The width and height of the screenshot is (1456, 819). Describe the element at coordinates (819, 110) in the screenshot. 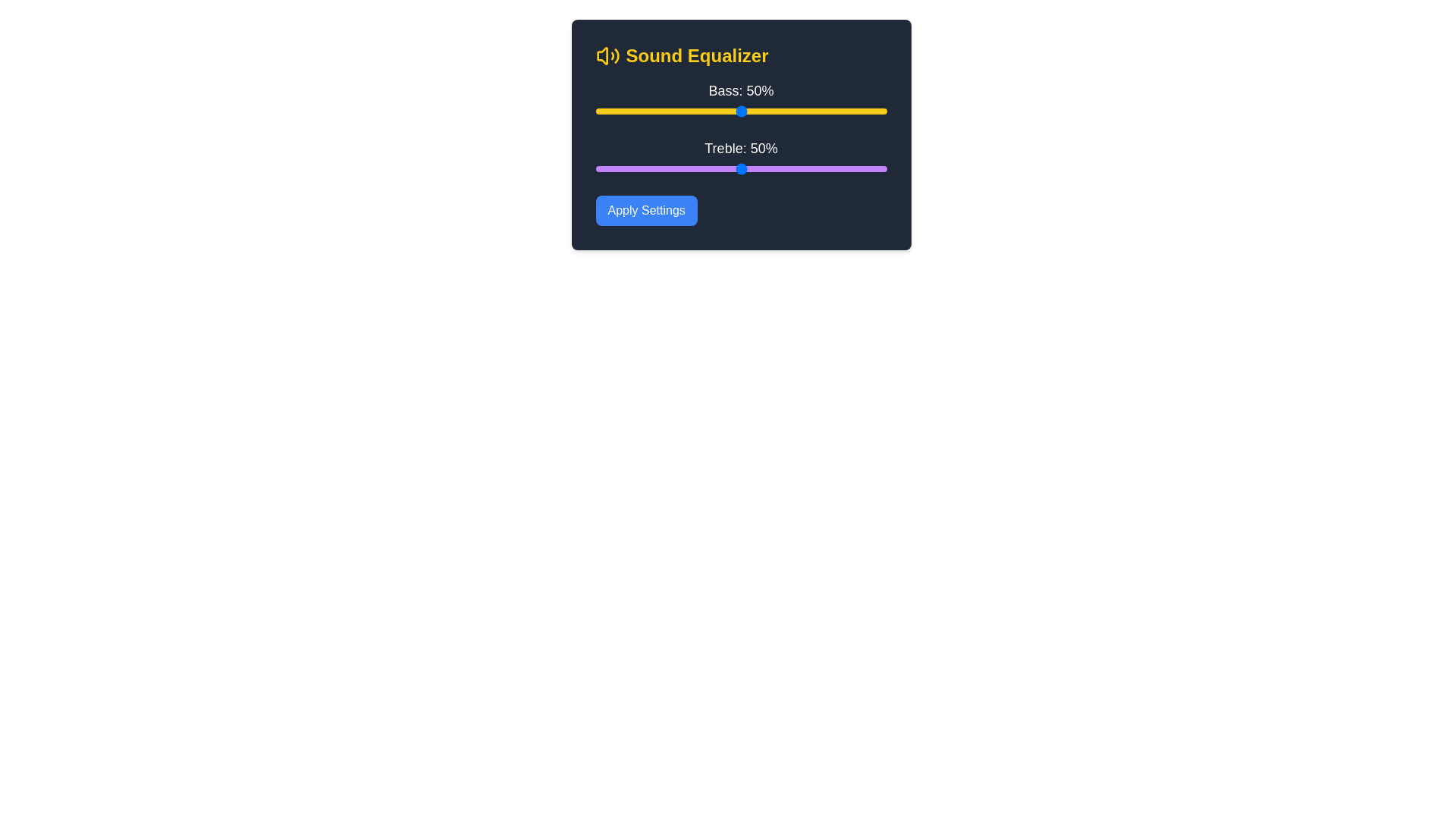

I see `the bass level to 77% using the slider` at that location.